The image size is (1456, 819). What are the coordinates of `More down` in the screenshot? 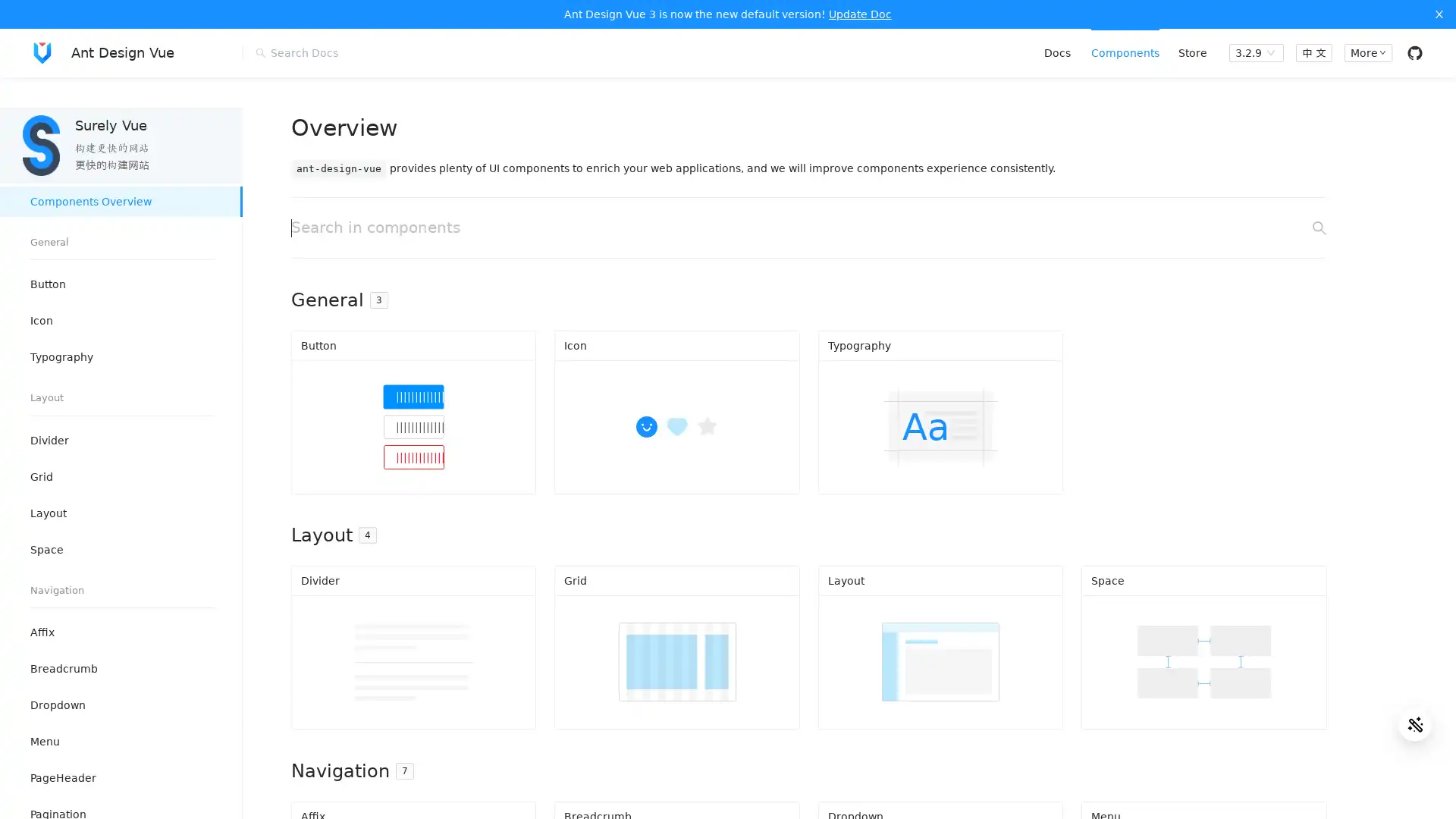 It's located at (1367, 52).